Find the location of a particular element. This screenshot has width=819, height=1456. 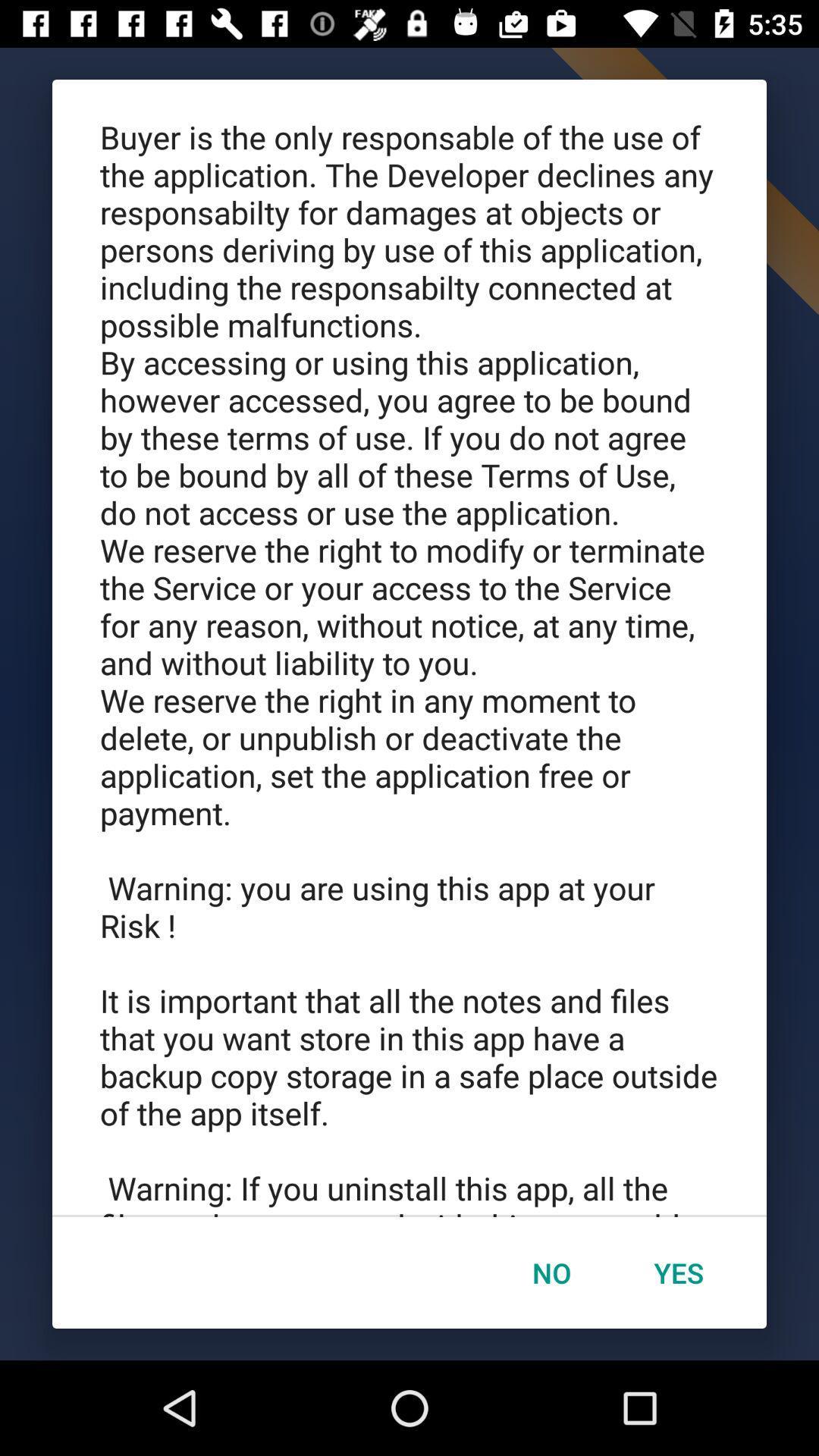

the yes item is located at coordinates (678, 1272).